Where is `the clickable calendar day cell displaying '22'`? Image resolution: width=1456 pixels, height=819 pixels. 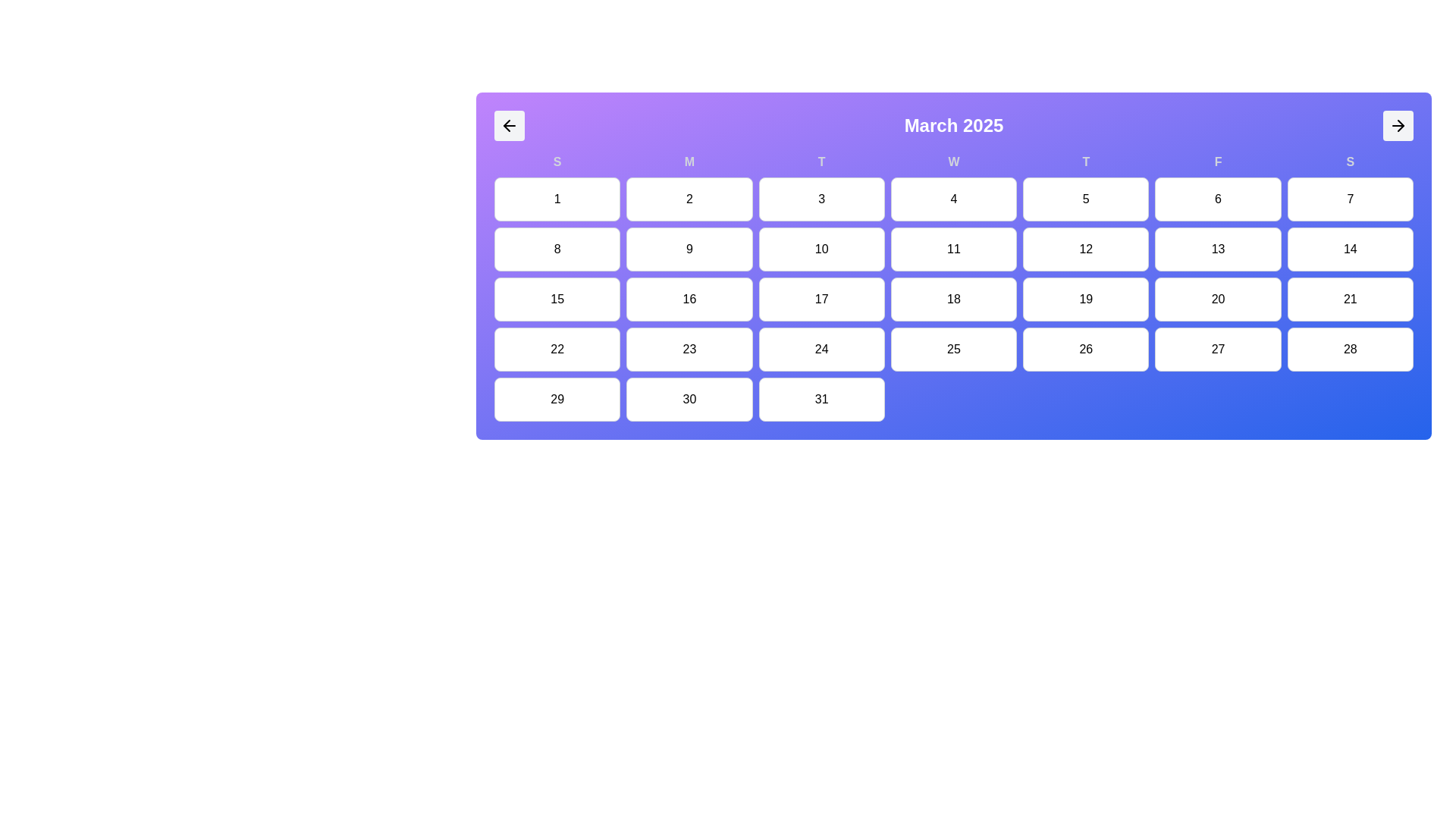 the clickable calendar day cell displaying '22' is located at coordinates (557, 350).